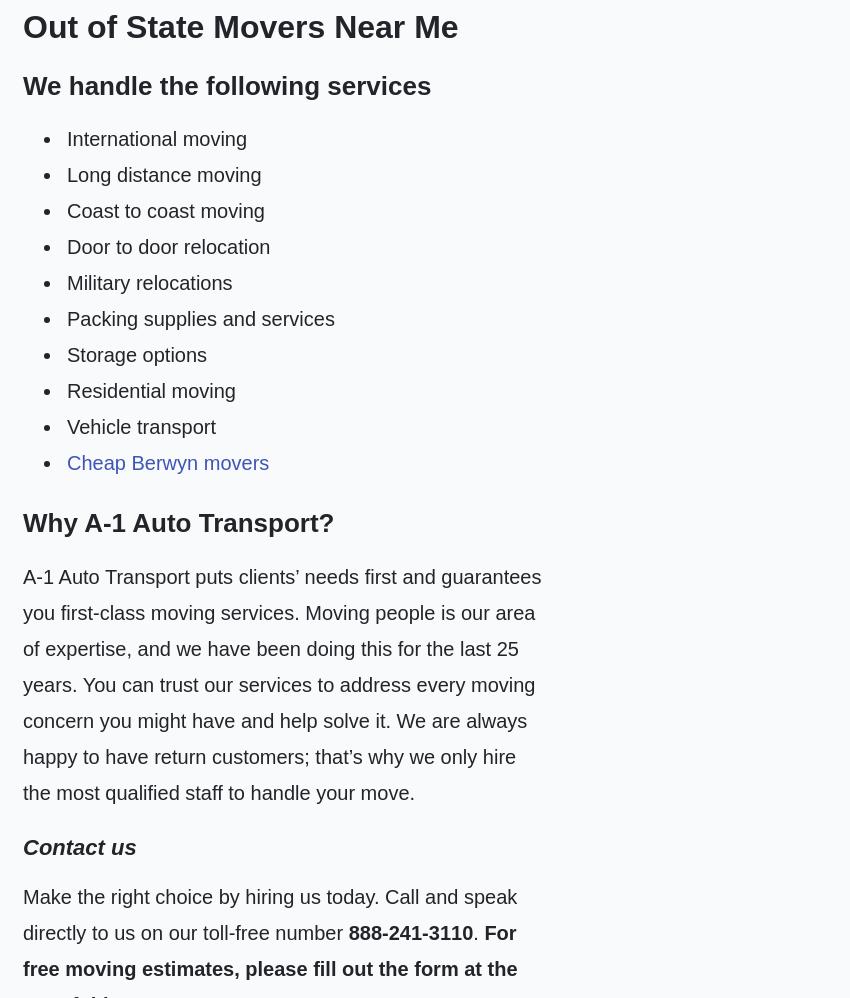 Image resolution: width=850 pixels, height=998 pixels. What do you see at coordinates (281, 683) in the screenshot?
I see `'A-1 Auto Transport puts clients’ needs first and guarantees you first-class moving services. Moving people is our area of expertise, and we have been doing this for the last 25 years. You can trust our services to address every moving concern you might have and help solve it. We are always happy to have return customers; that’s why we only hire the most qualified staff to handle your move.'` at bounding box center [281, 683].